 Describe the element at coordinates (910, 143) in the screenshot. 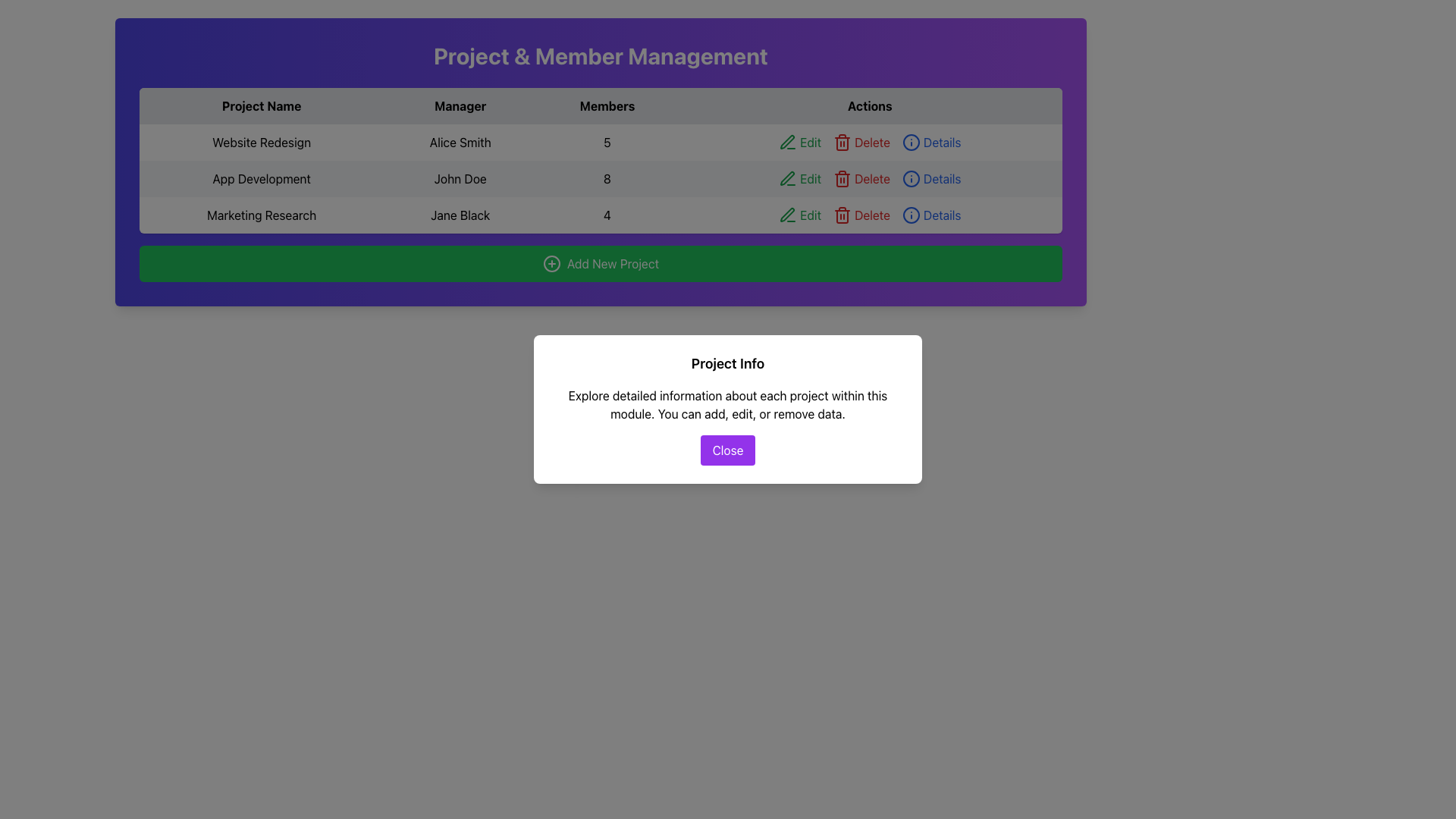

I see `the circular icon associated with the 'Details' action in the first row of the project management table` at that location.